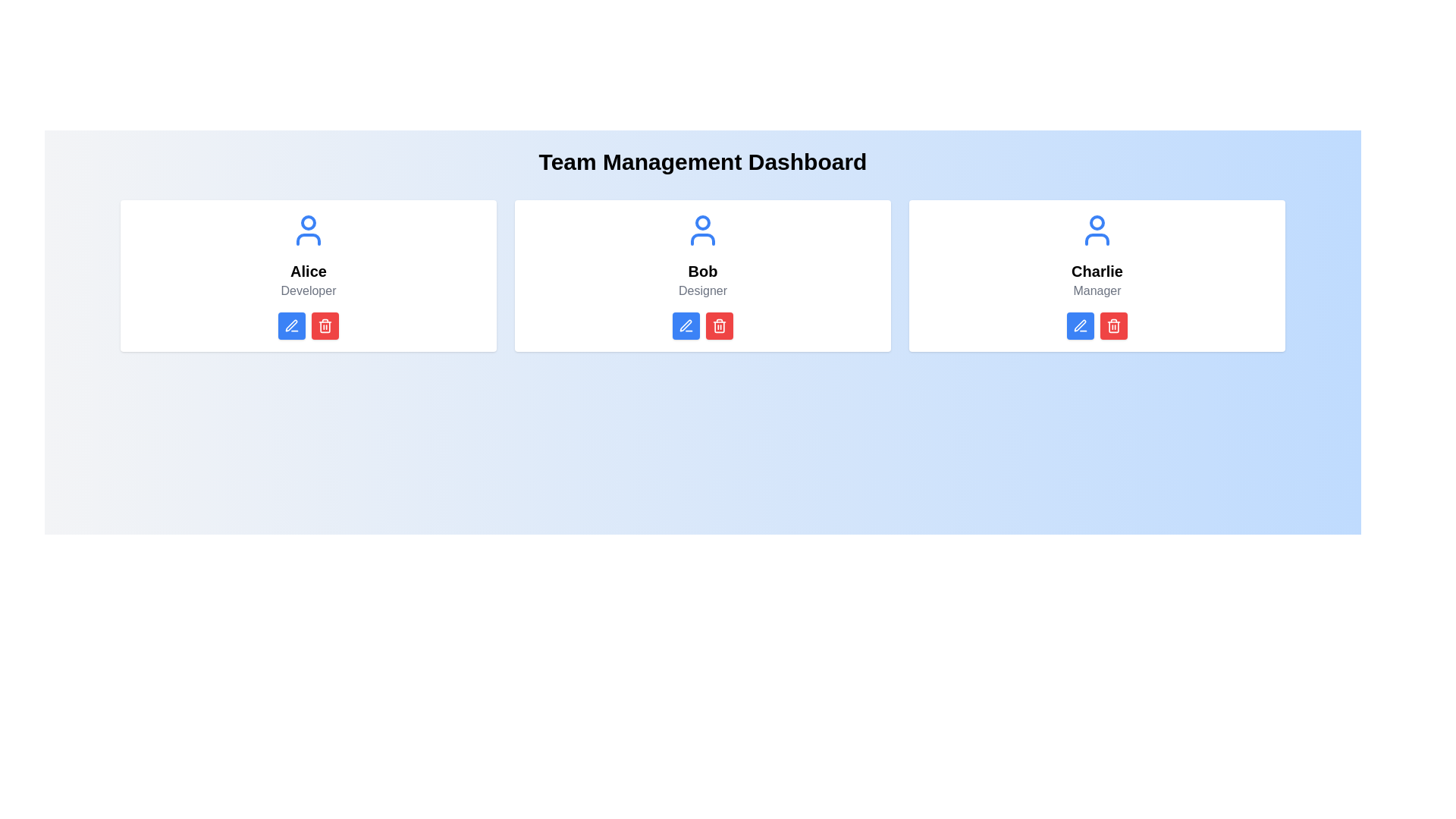 This screenshot has height=819, width=1456. Describe the element at coordinates (308, 231) in the screenshot. I see `the profile icon representing Alice, located at the top center of her information card` at that location.